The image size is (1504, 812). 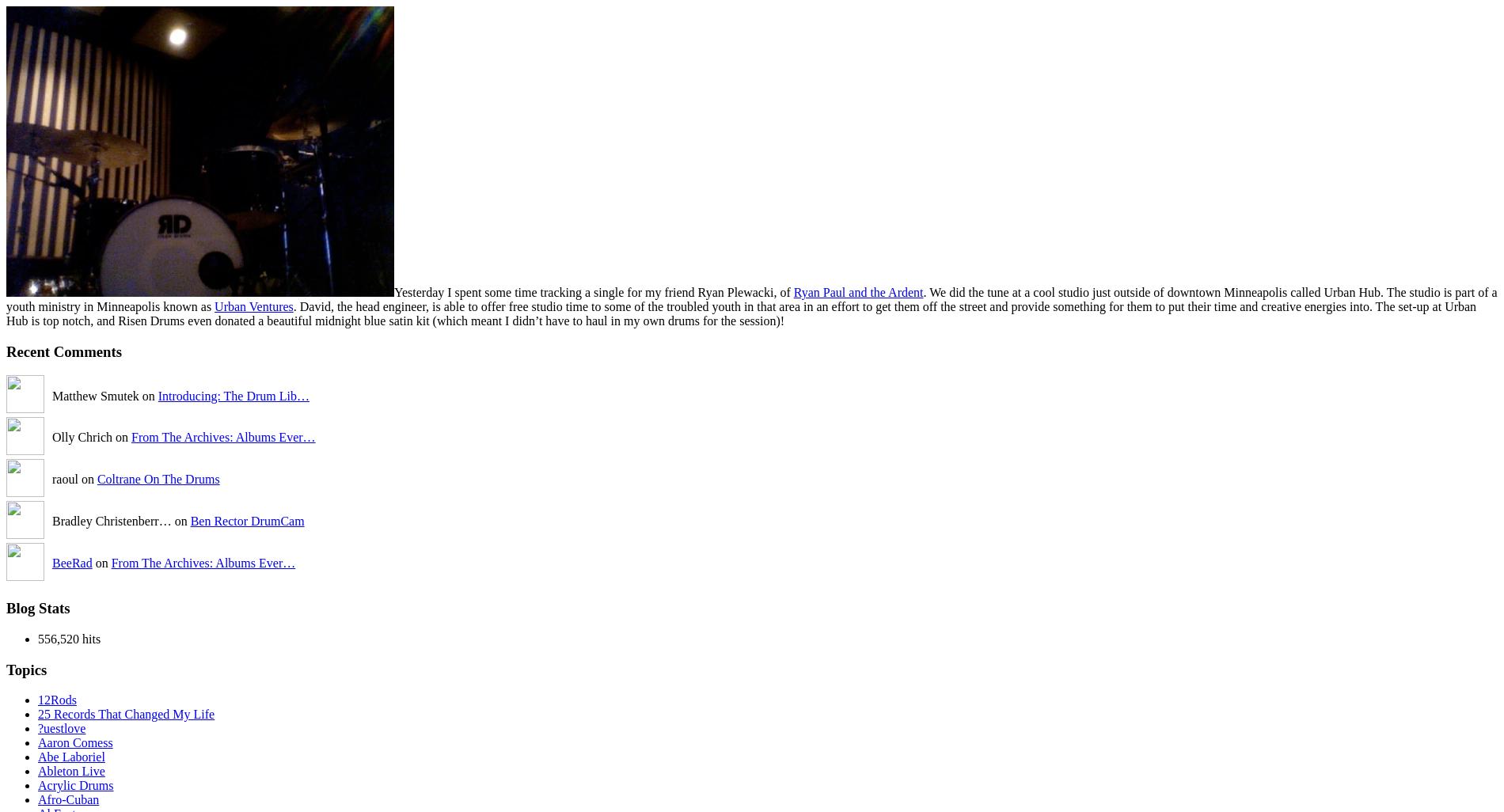 I want to click on 'Afro-Cuban', so click(x=68, y=799).